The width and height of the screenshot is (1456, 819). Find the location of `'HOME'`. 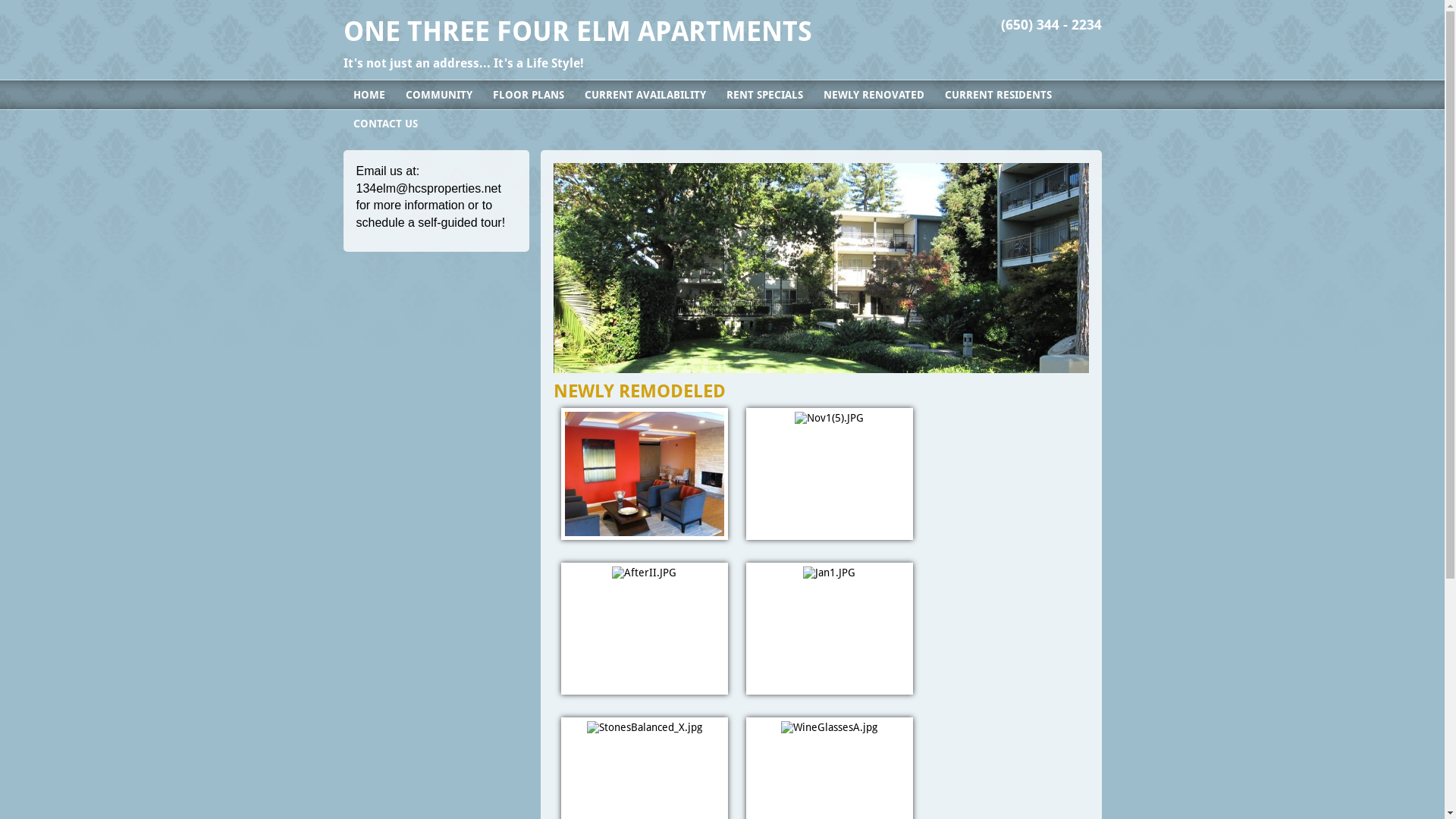

'HOME' is located at coordinates (341, 94).